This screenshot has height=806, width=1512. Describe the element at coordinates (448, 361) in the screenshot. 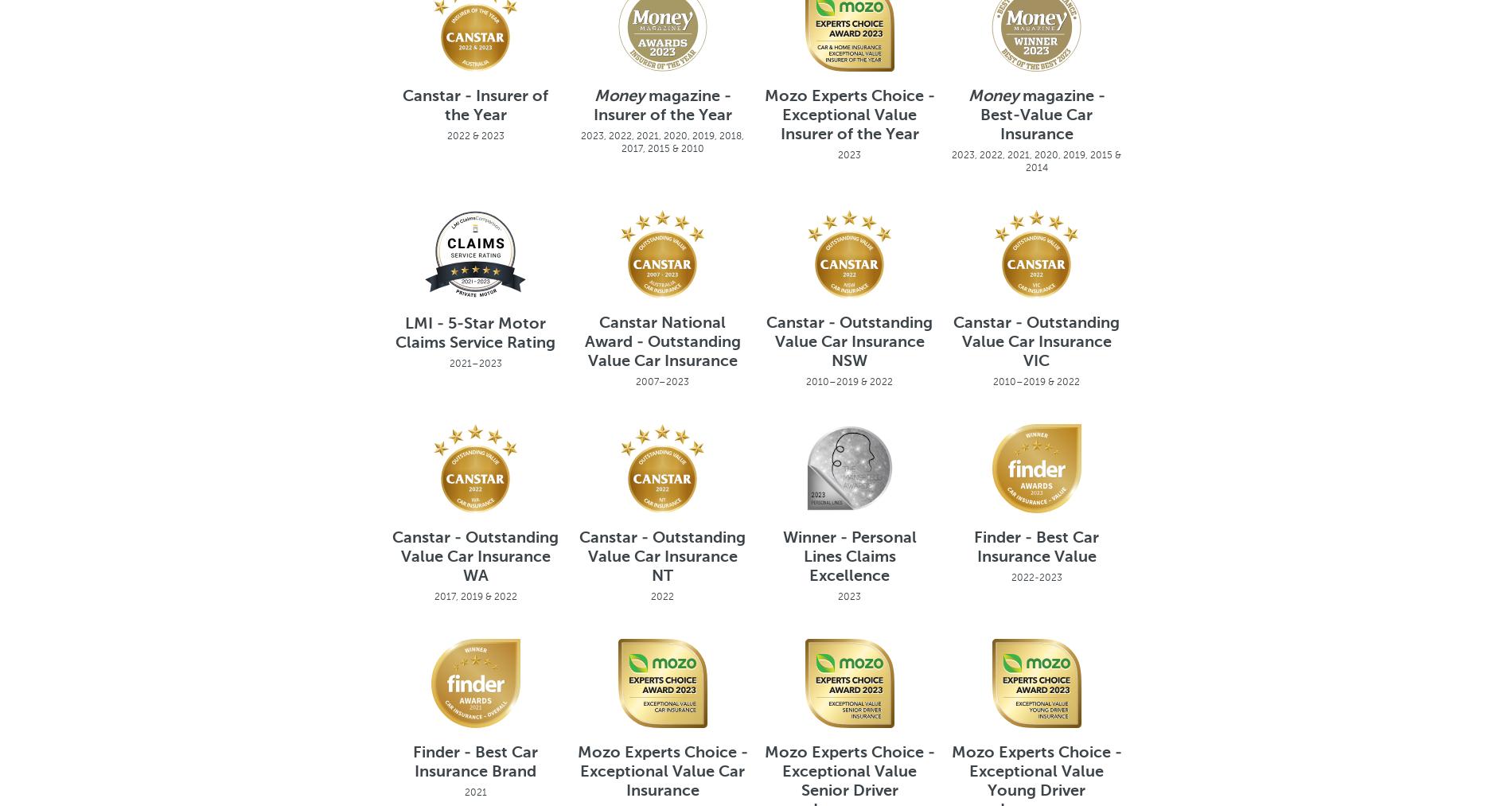

I see `'2021–2023'` at that location.